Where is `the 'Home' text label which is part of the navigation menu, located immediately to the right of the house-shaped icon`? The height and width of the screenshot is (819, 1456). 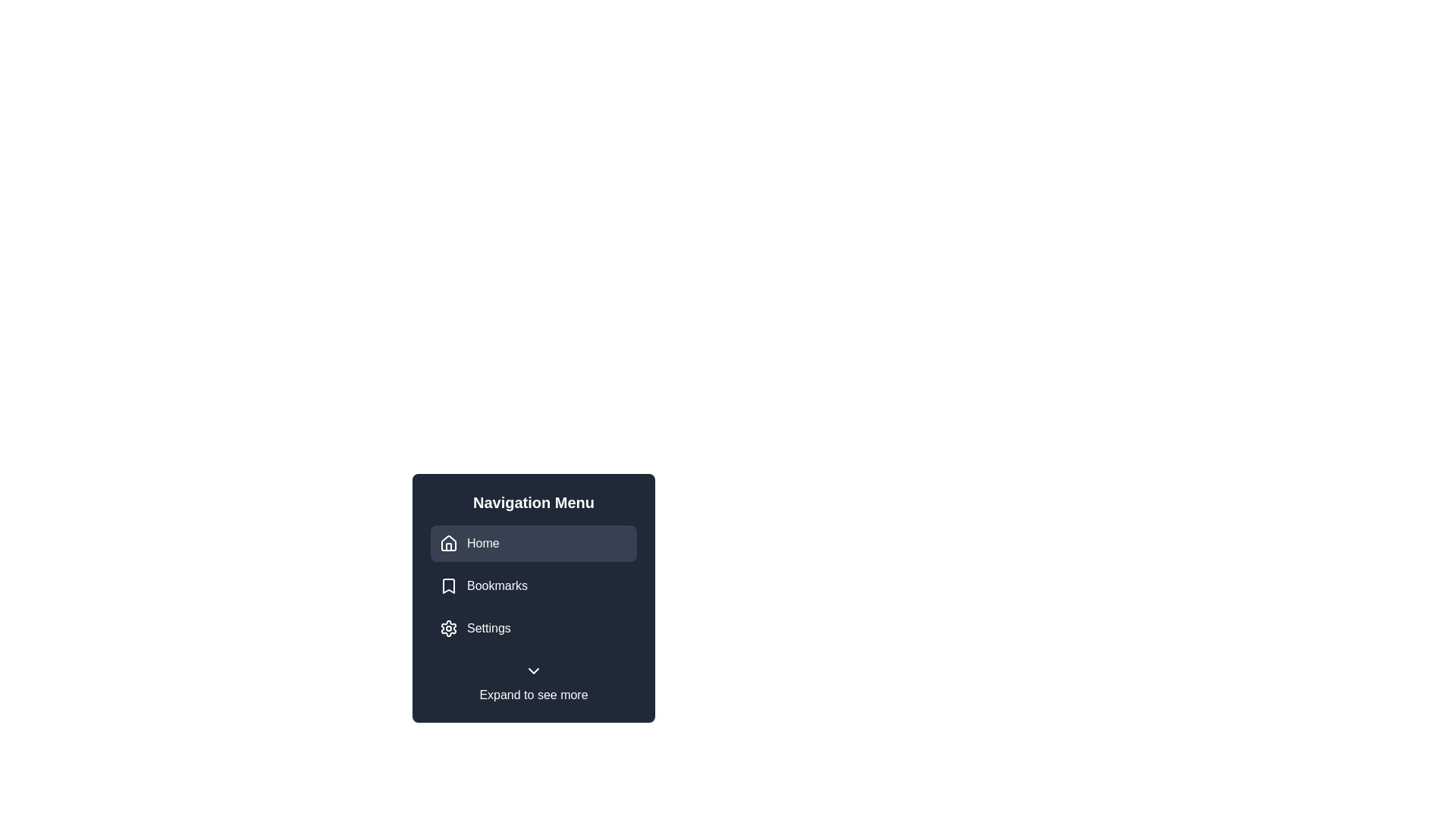
the 'Home' text label which is part of the navigation menu, located immediately to the right of the house-shaped icon is located at coordinates (482, 543).